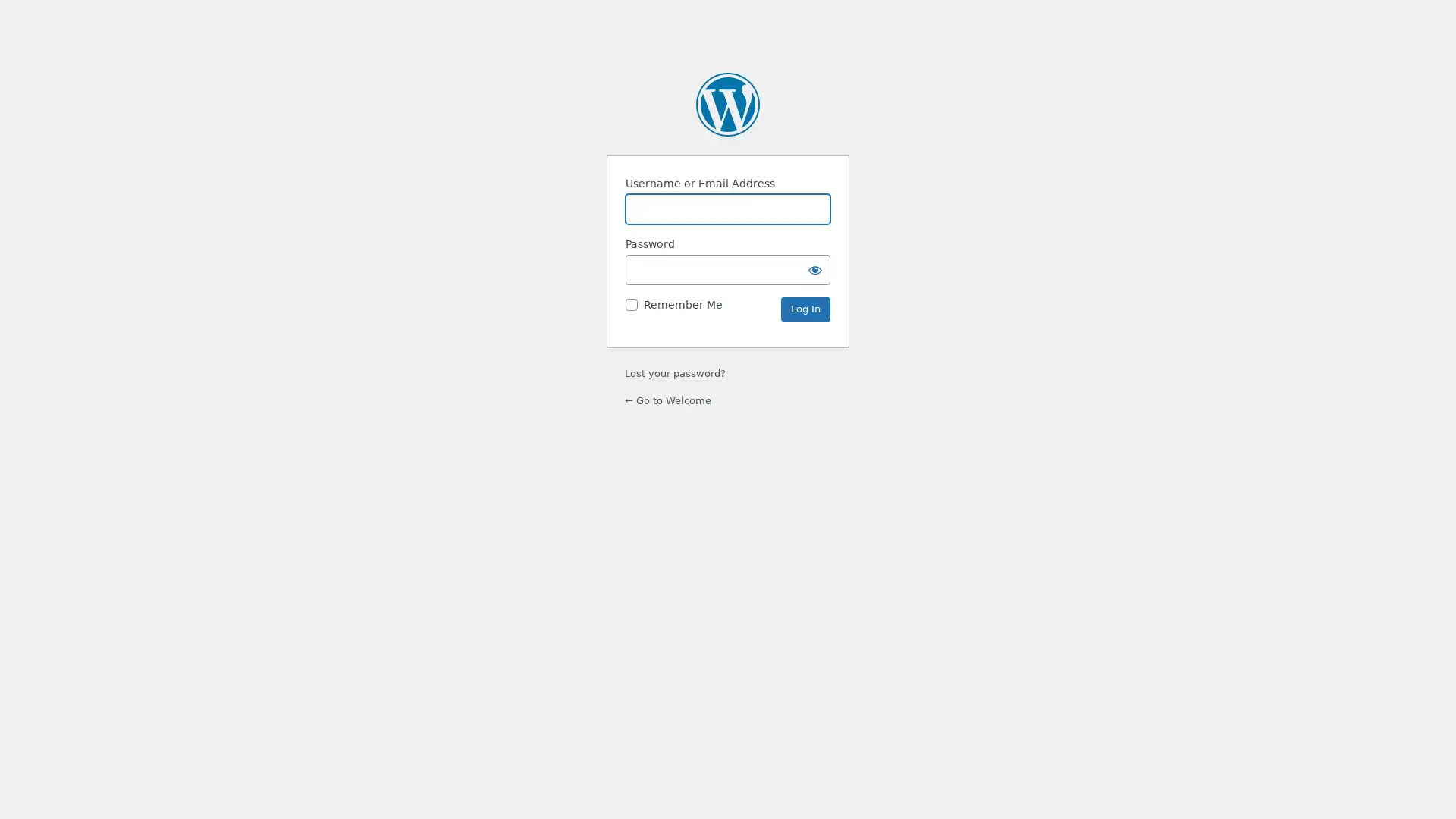  I want to click on Show password, so click(814, 268).